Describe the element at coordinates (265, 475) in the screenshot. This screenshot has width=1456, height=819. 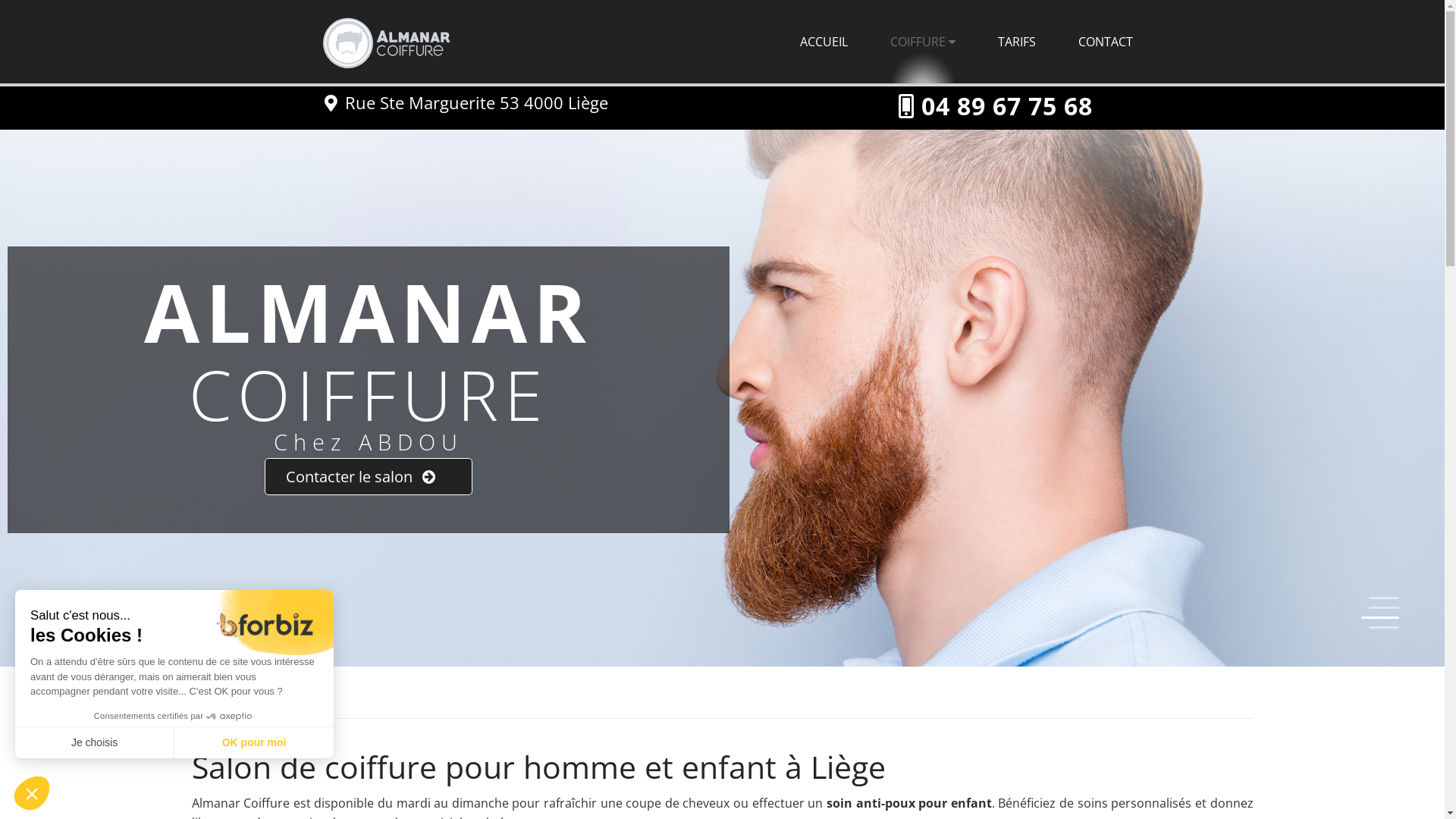
I see `'Contacter le salon'` at that location.